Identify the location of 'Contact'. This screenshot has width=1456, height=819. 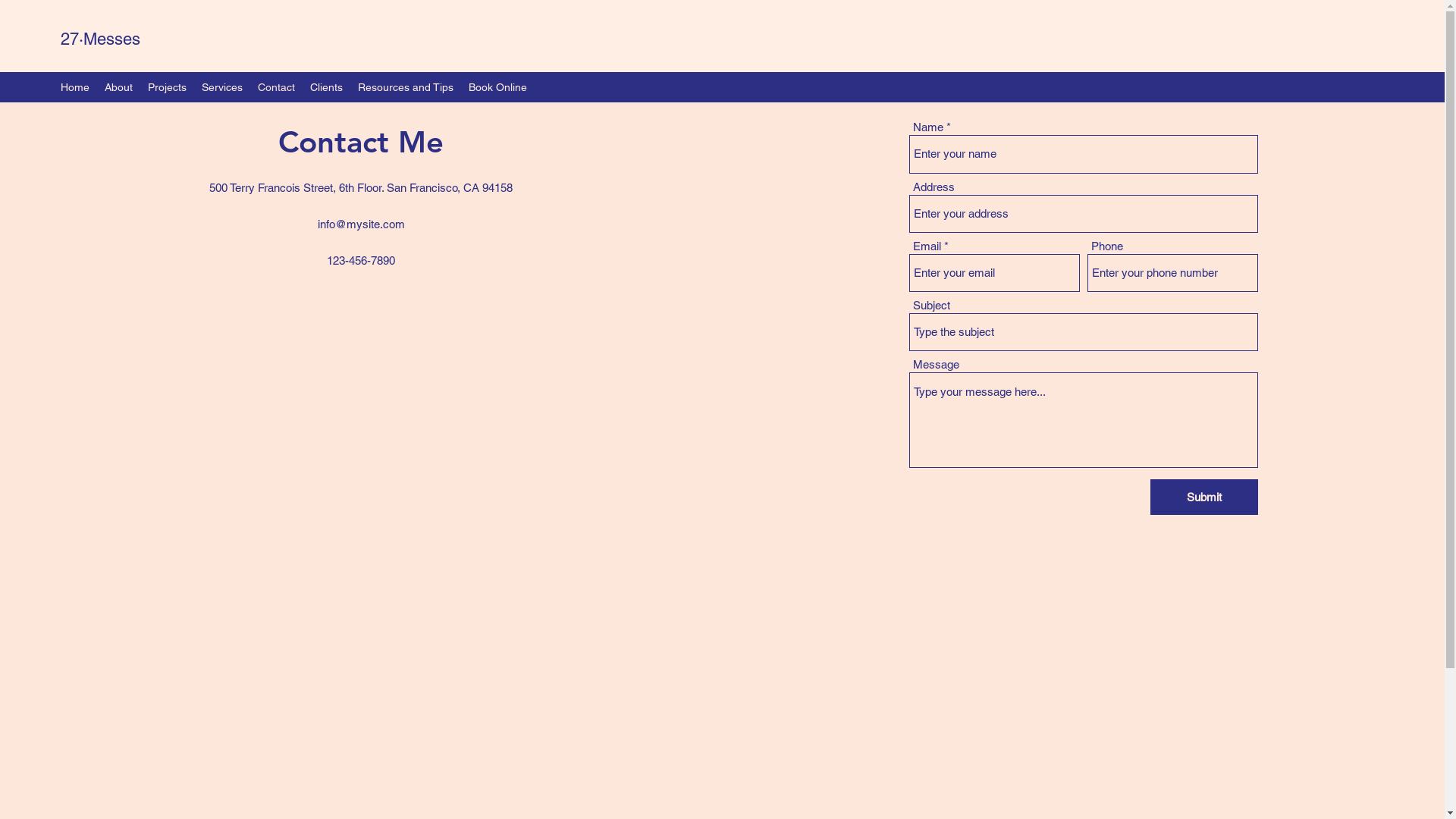
(276, 87).